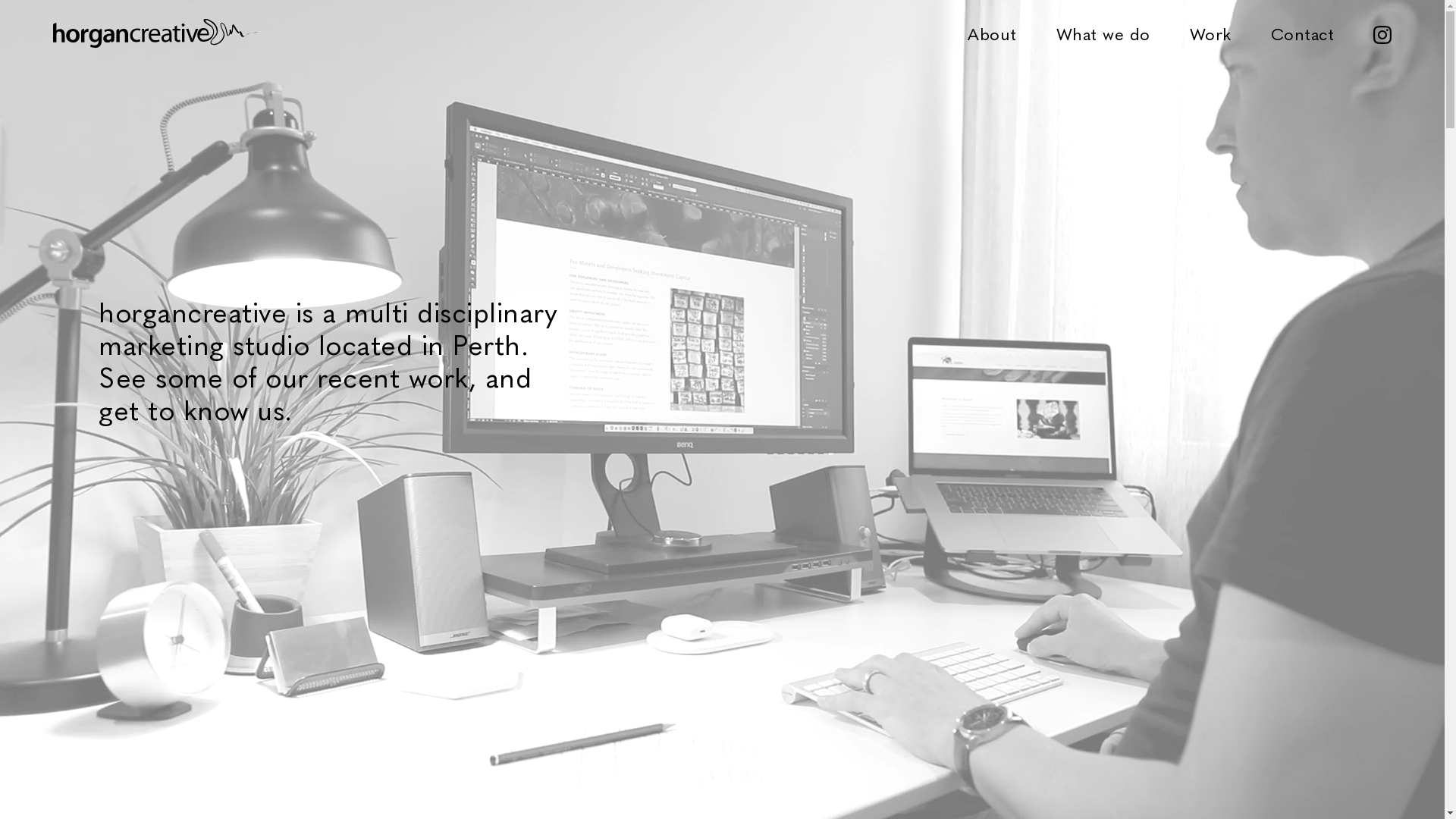 This screenshot has height=819, width=1456. What do you see at coordinates (1209, 33) in the screenshot?
I see `'Work'` at bounding box center [1209, 33].